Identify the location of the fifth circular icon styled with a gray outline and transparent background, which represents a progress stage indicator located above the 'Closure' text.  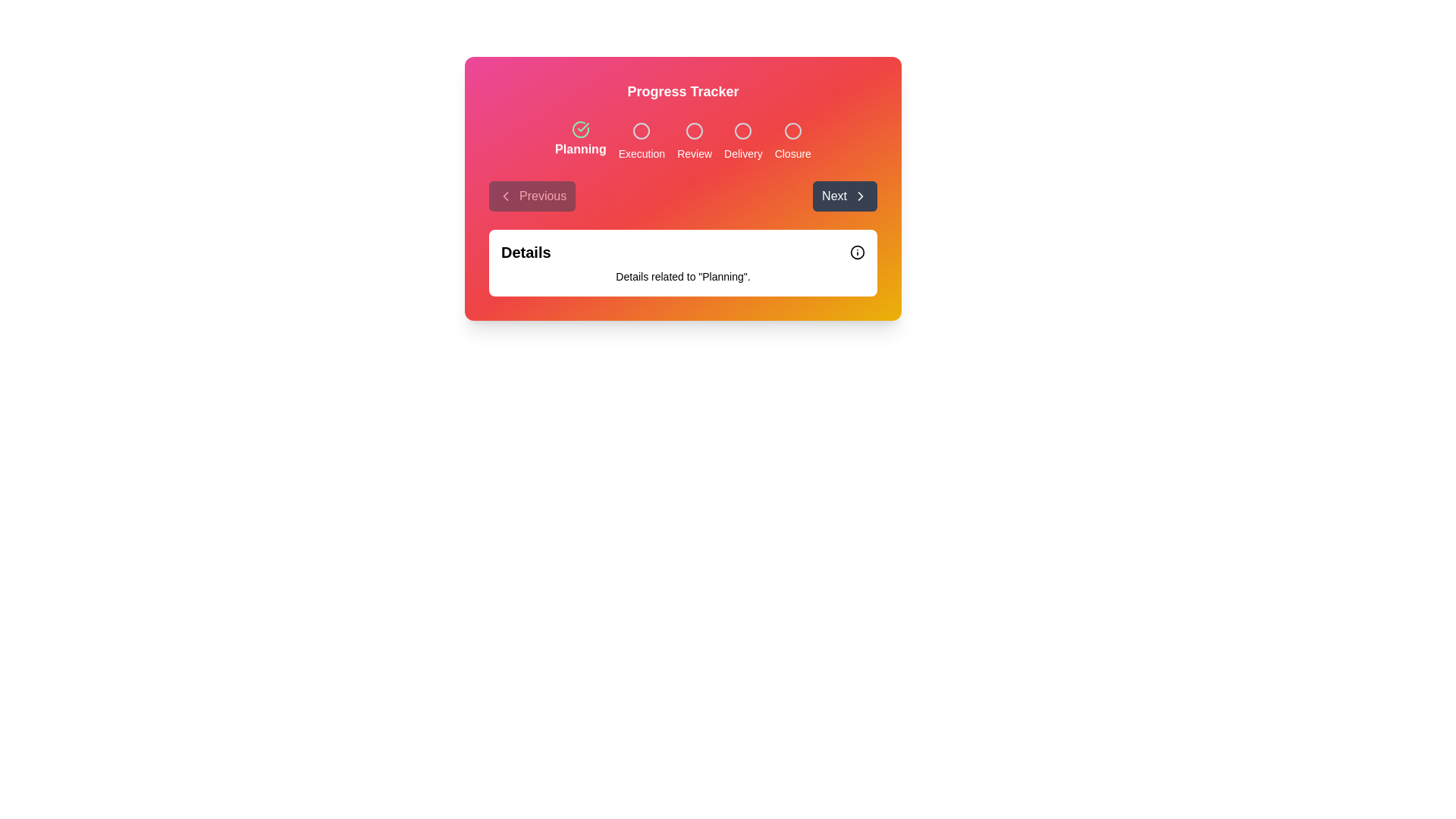
(792, 130).